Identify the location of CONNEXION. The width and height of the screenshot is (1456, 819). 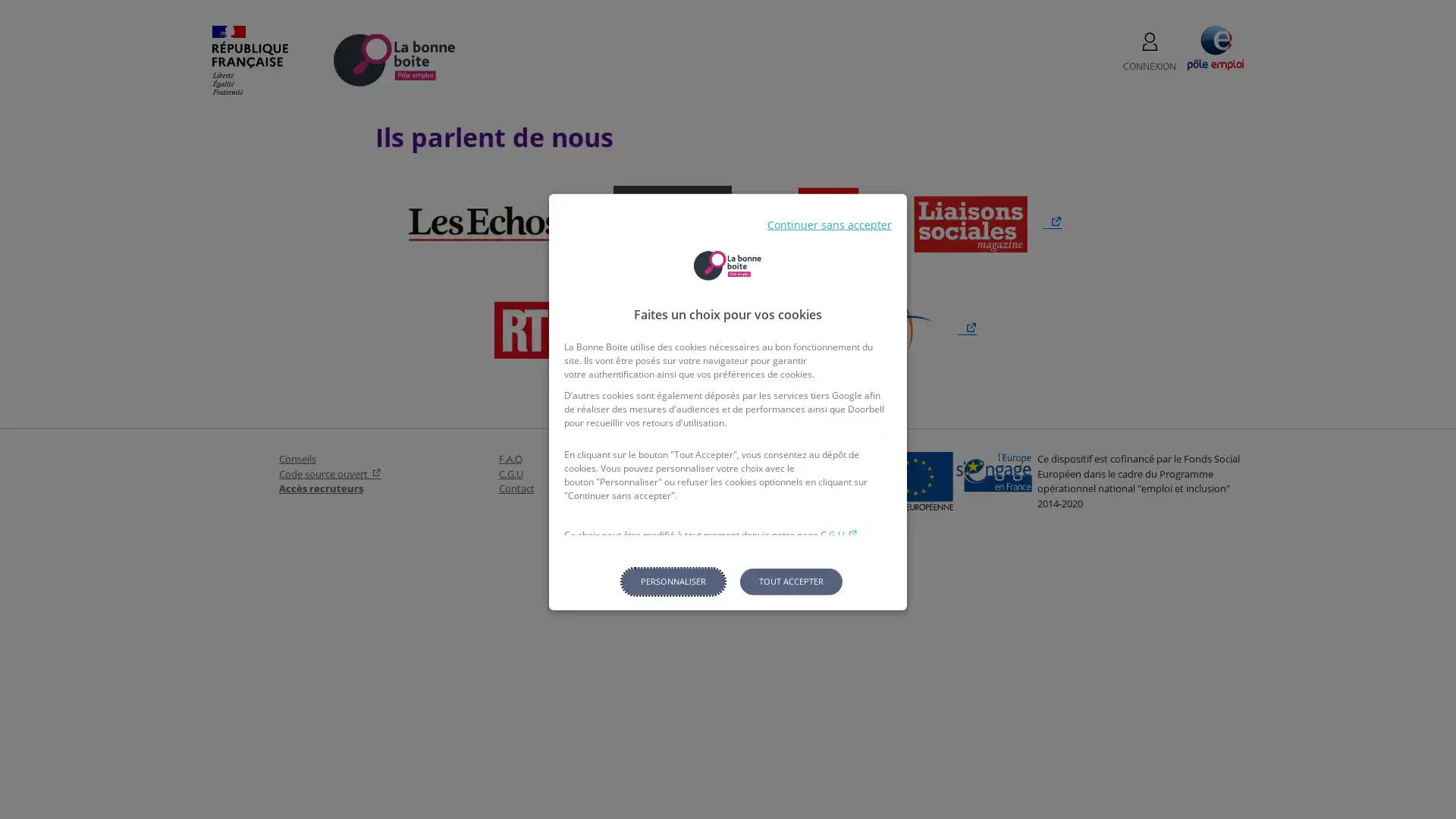
(1150, 51).